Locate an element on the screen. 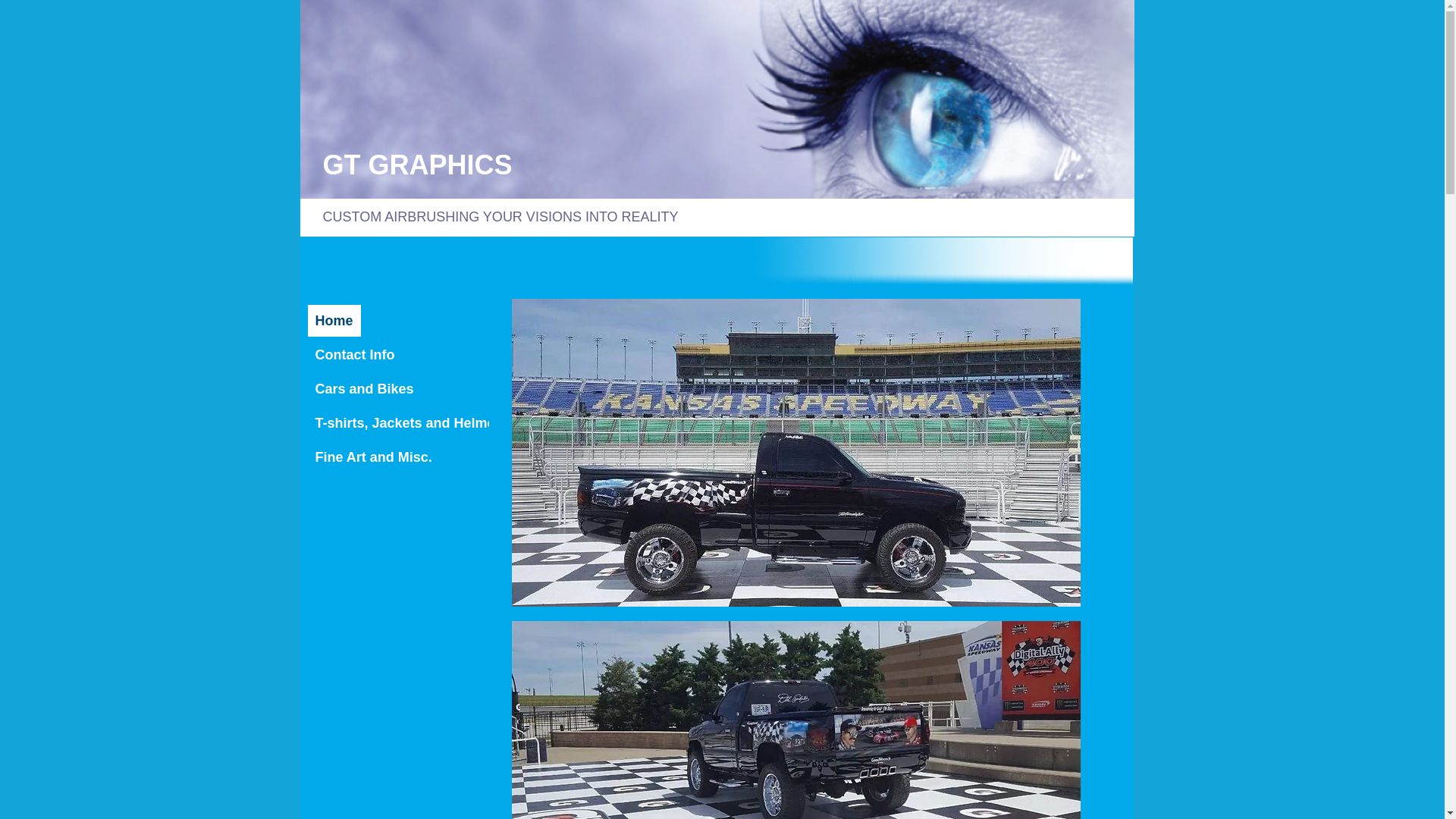  'T-shirts, Jackets and Helmets' is located at coordinates (411, 423).